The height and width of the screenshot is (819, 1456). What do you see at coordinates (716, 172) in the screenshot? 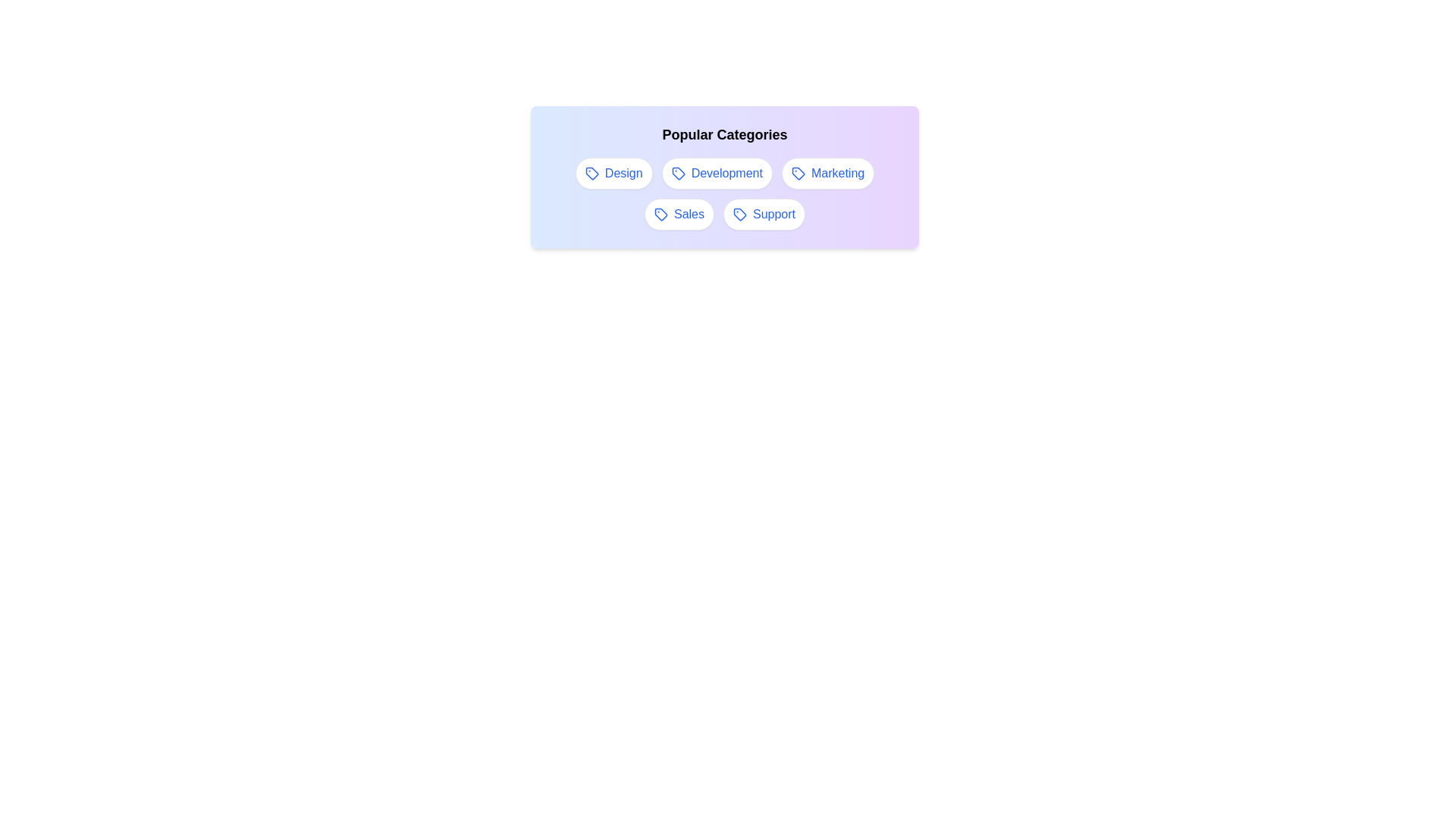
I see `the tag labeled Development` at bounding box center [716, 172].